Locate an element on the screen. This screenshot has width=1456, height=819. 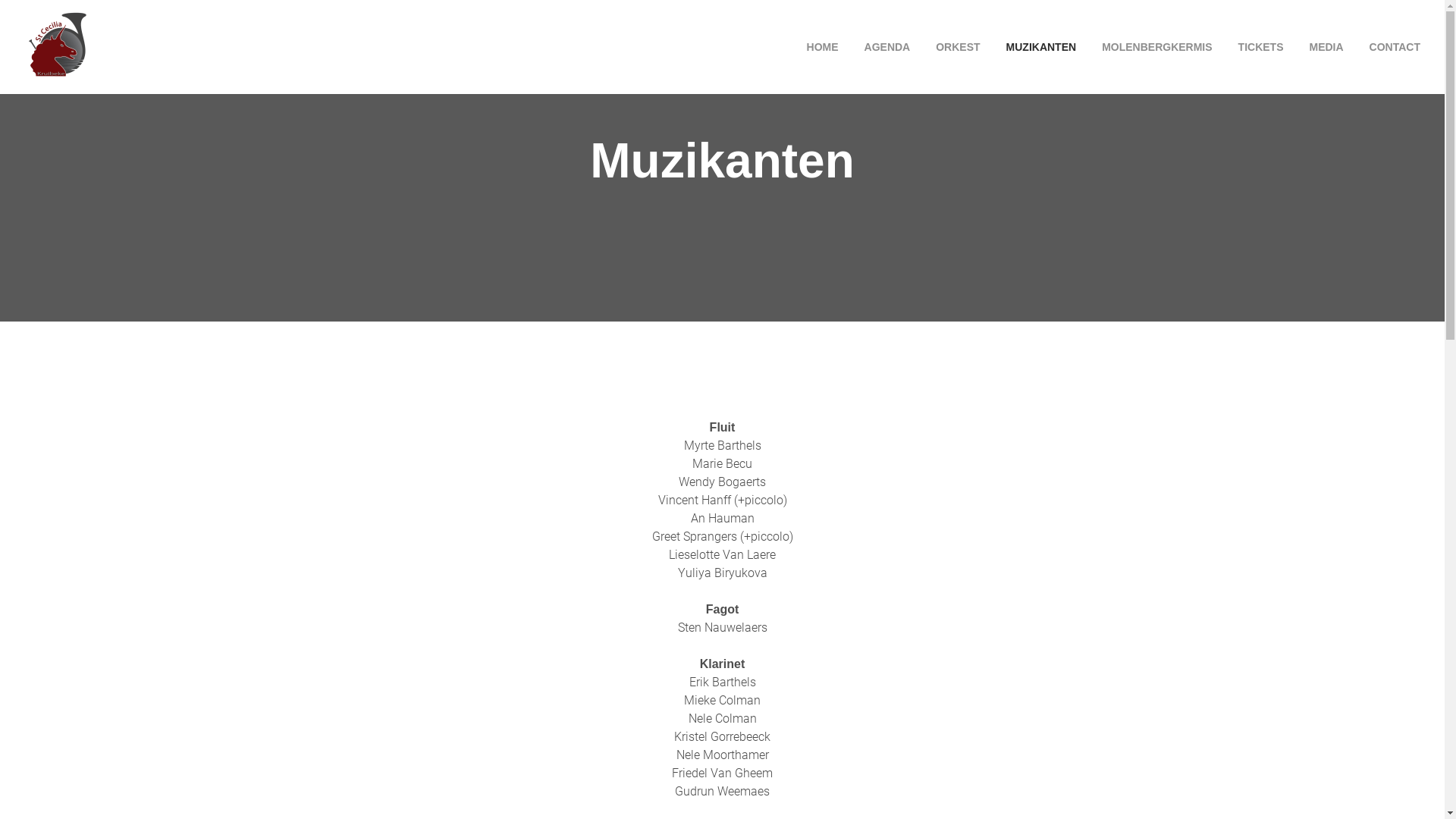
'MUZIKANTEN' is located at coordinates (994, 45).